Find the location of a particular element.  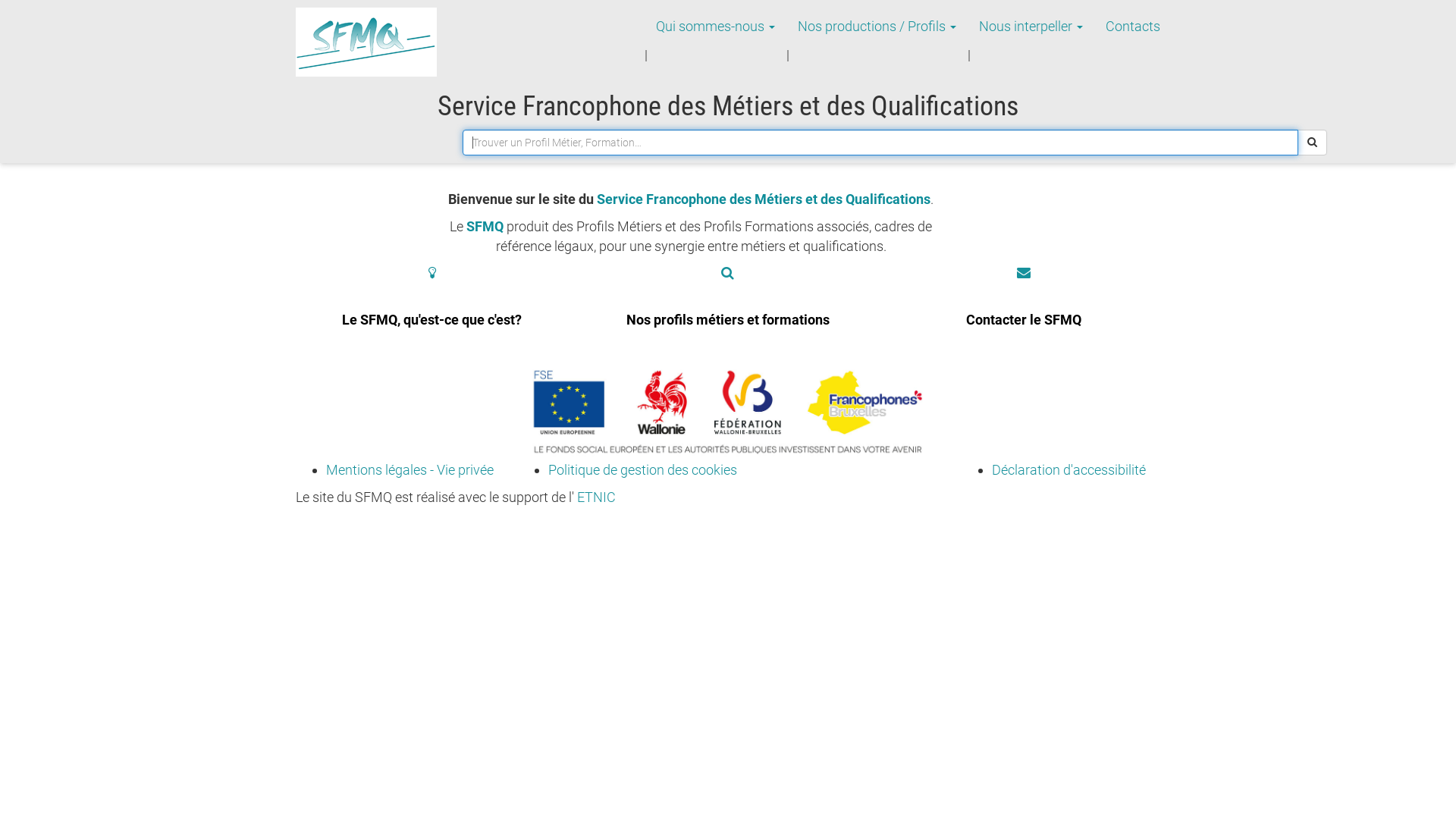

'Politique de gestion des cookies' is located at coordinates (642, 469).